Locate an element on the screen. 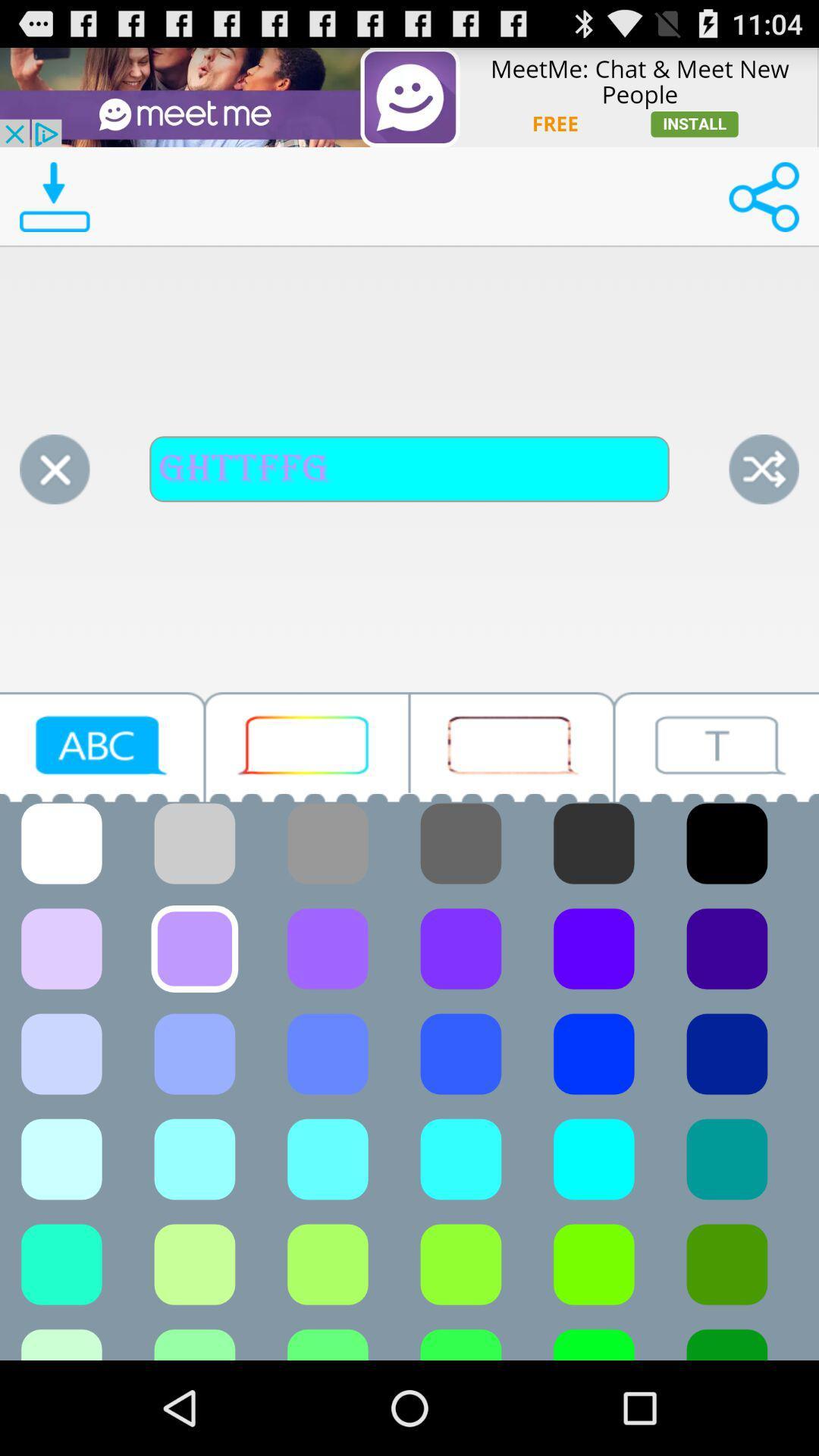  the share icon is located at coordinates (764, 210).